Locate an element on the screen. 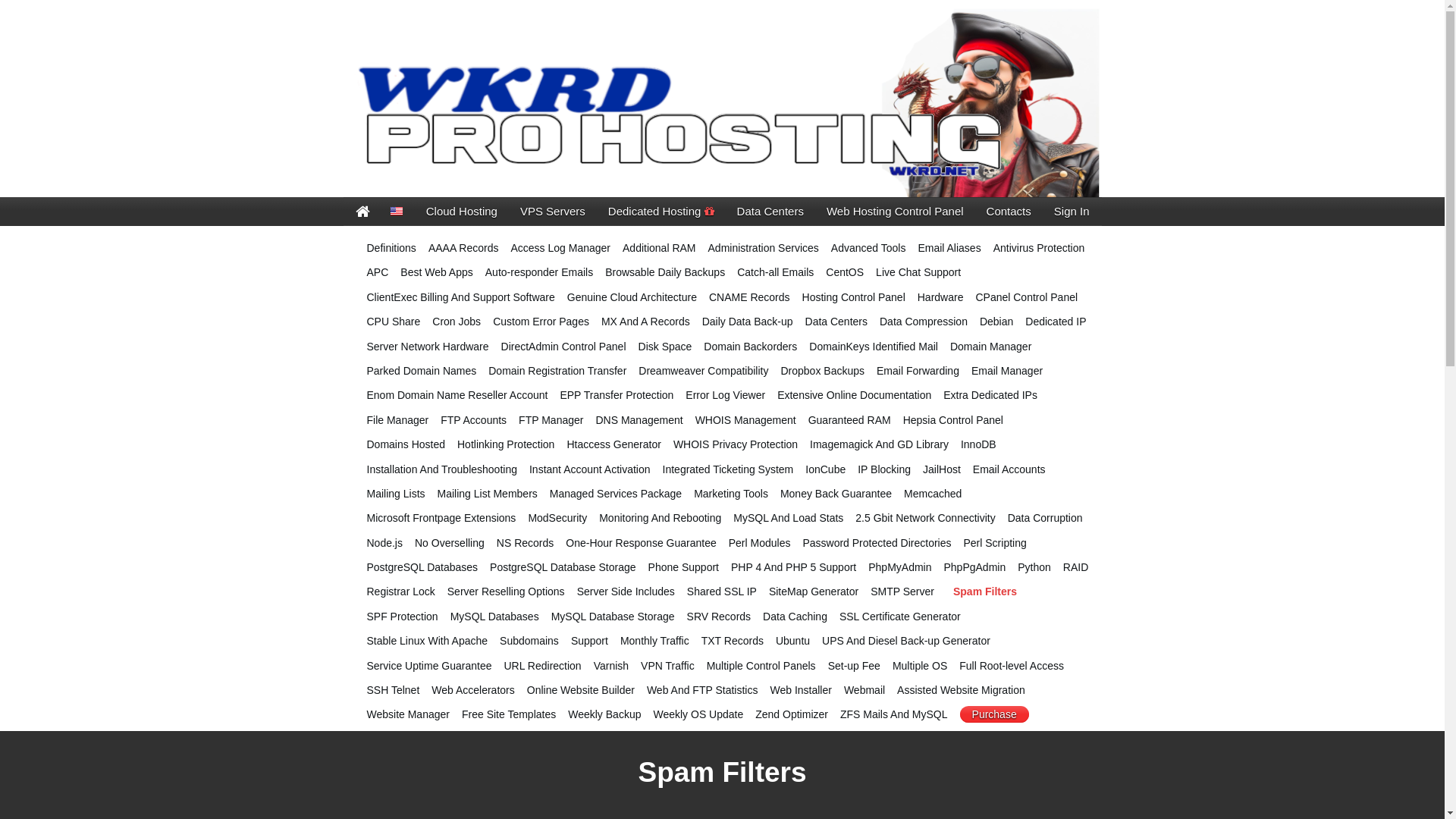 Image resolution: width=1456 pixels, height=819 pixels. 'Subdomains' is located at coordinates (529, 640).